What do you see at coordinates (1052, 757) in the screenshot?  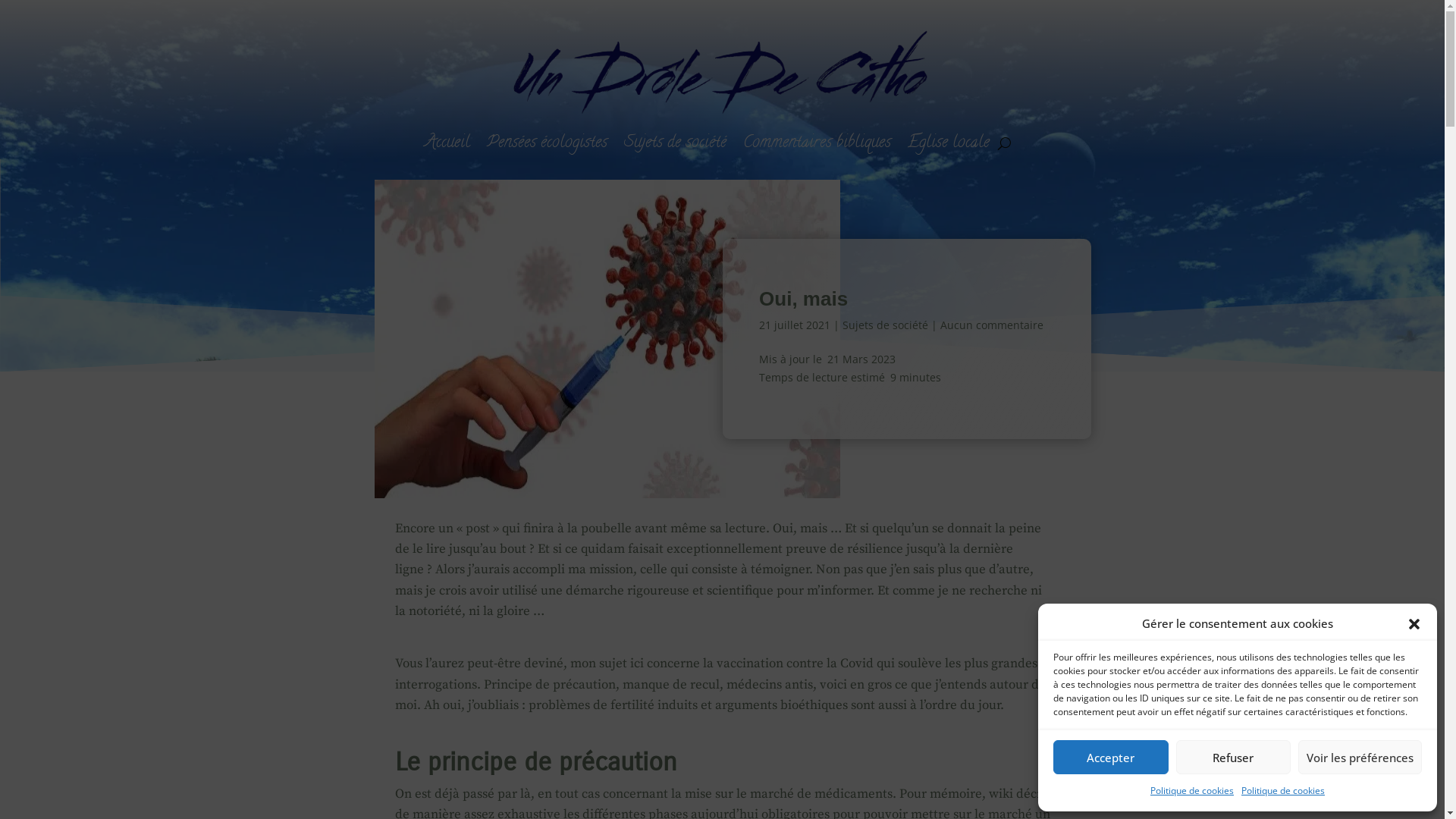 I see `'Accepter'` at bounding box center [1052, 757].